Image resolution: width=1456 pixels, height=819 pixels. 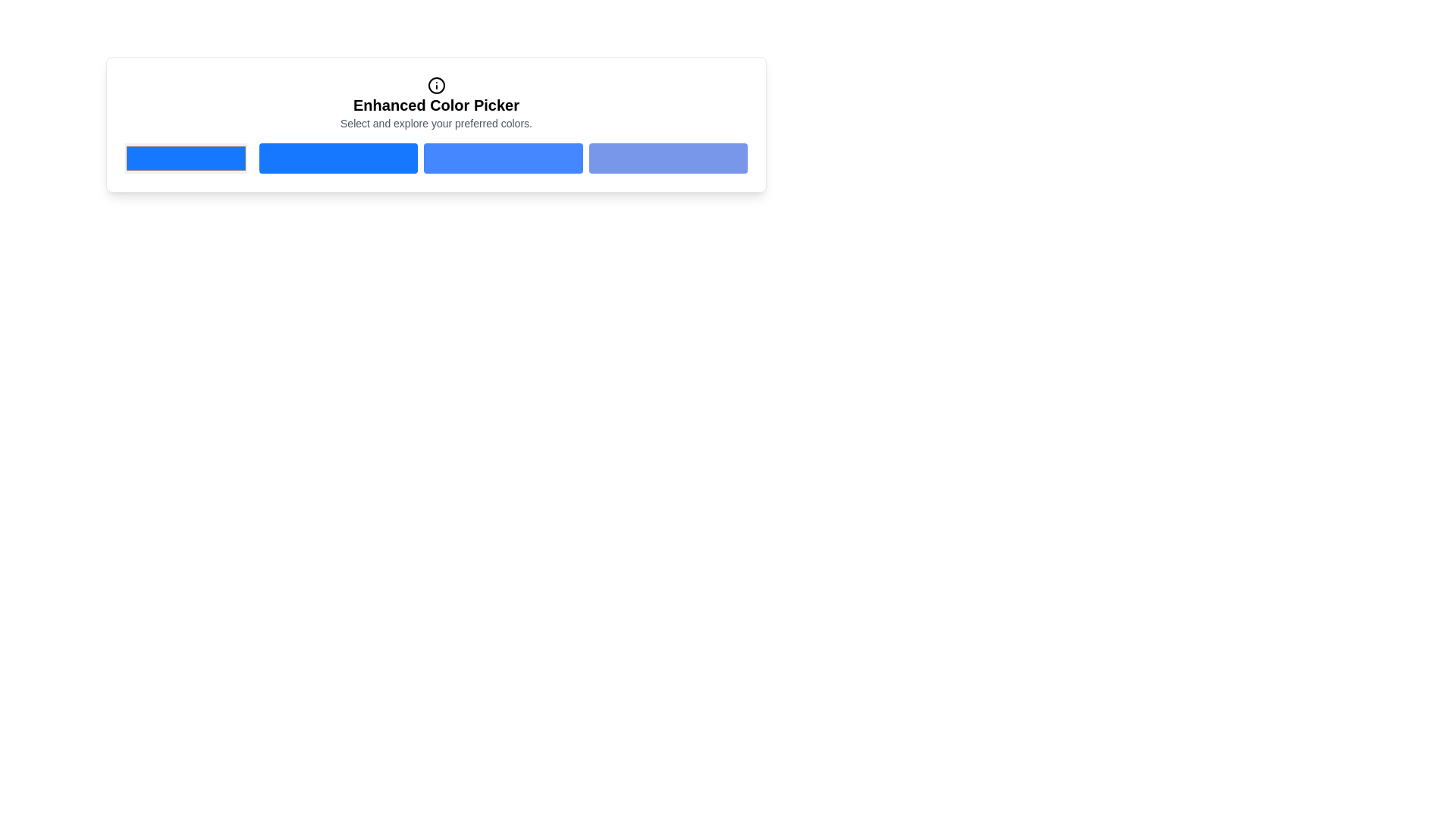 What do you see at coordinates (185, 158) in the screenshot?
I see `the color input field for selecting the blue color (#1677ff)` at bounding box center [185, 158].